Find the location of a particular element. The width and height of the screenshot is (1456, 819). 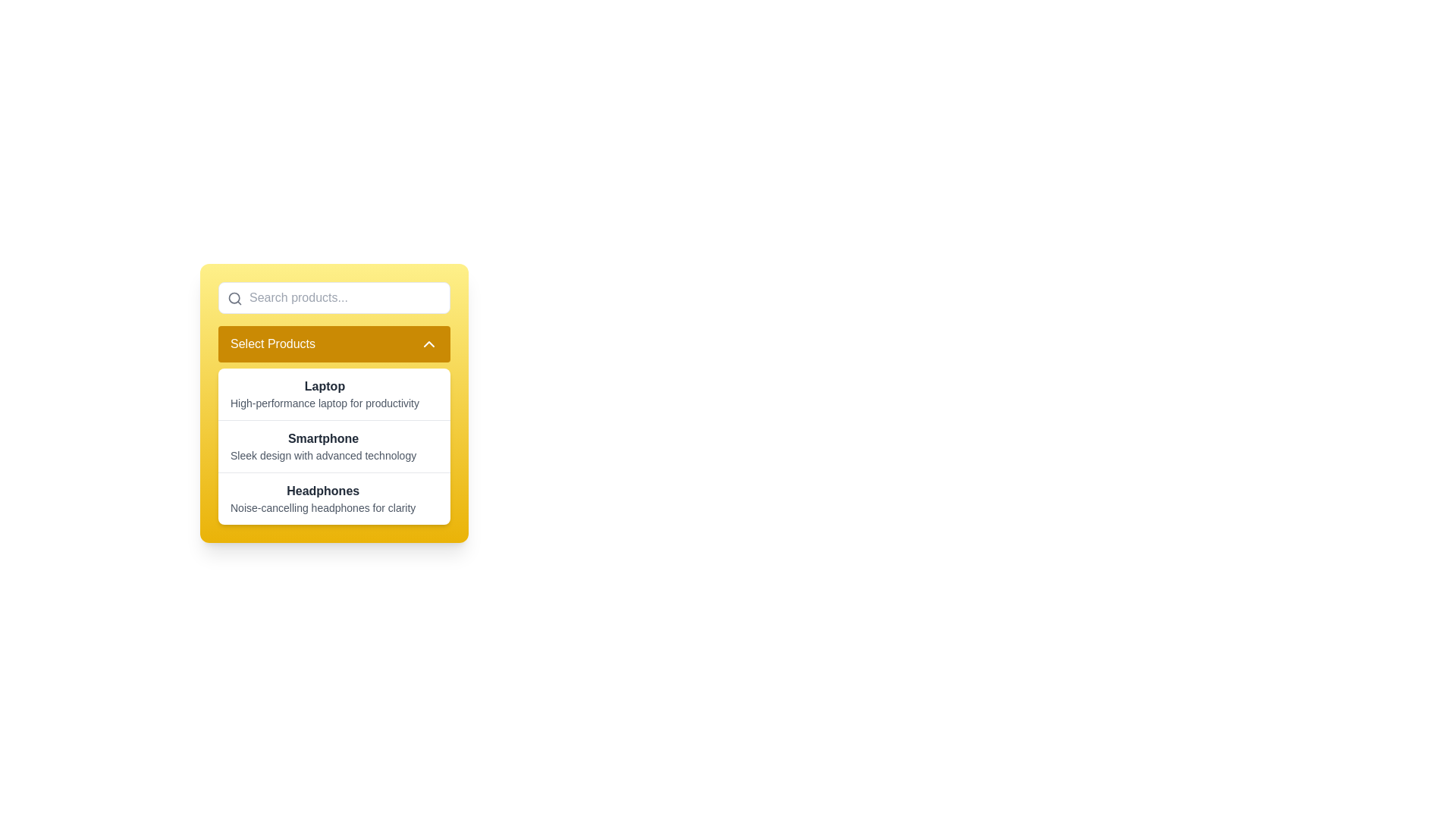

the text label that contains the content 'Sleek design with advanced technology', which is positioned underneath the bold title 'Smartphone' in a vertical list layout is located at coordinates (322, 455).